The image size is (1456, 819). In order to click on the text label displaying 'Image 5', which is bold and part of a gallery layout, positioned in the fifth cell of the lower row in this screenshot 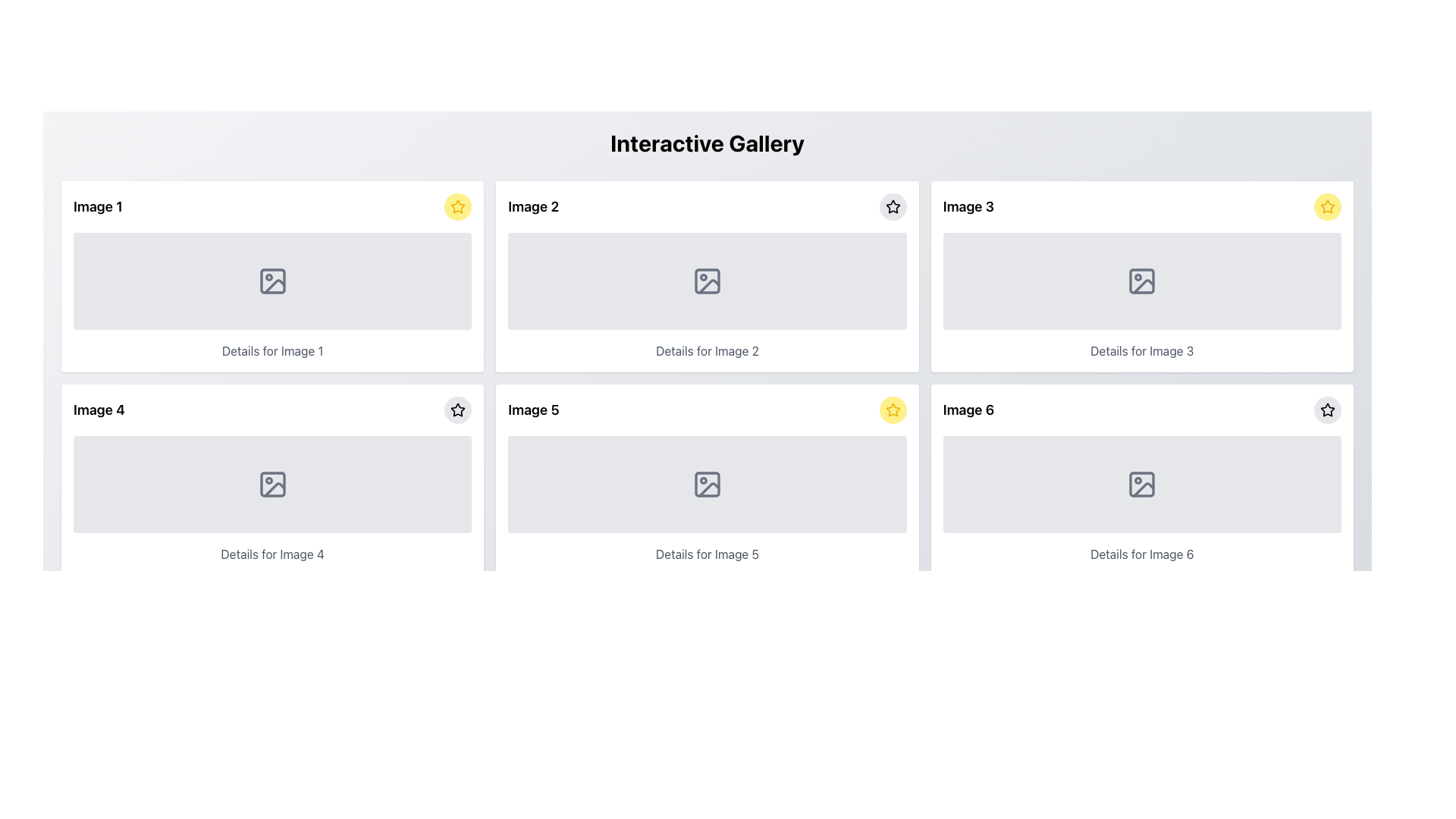, I will do `click(534, 409)`.